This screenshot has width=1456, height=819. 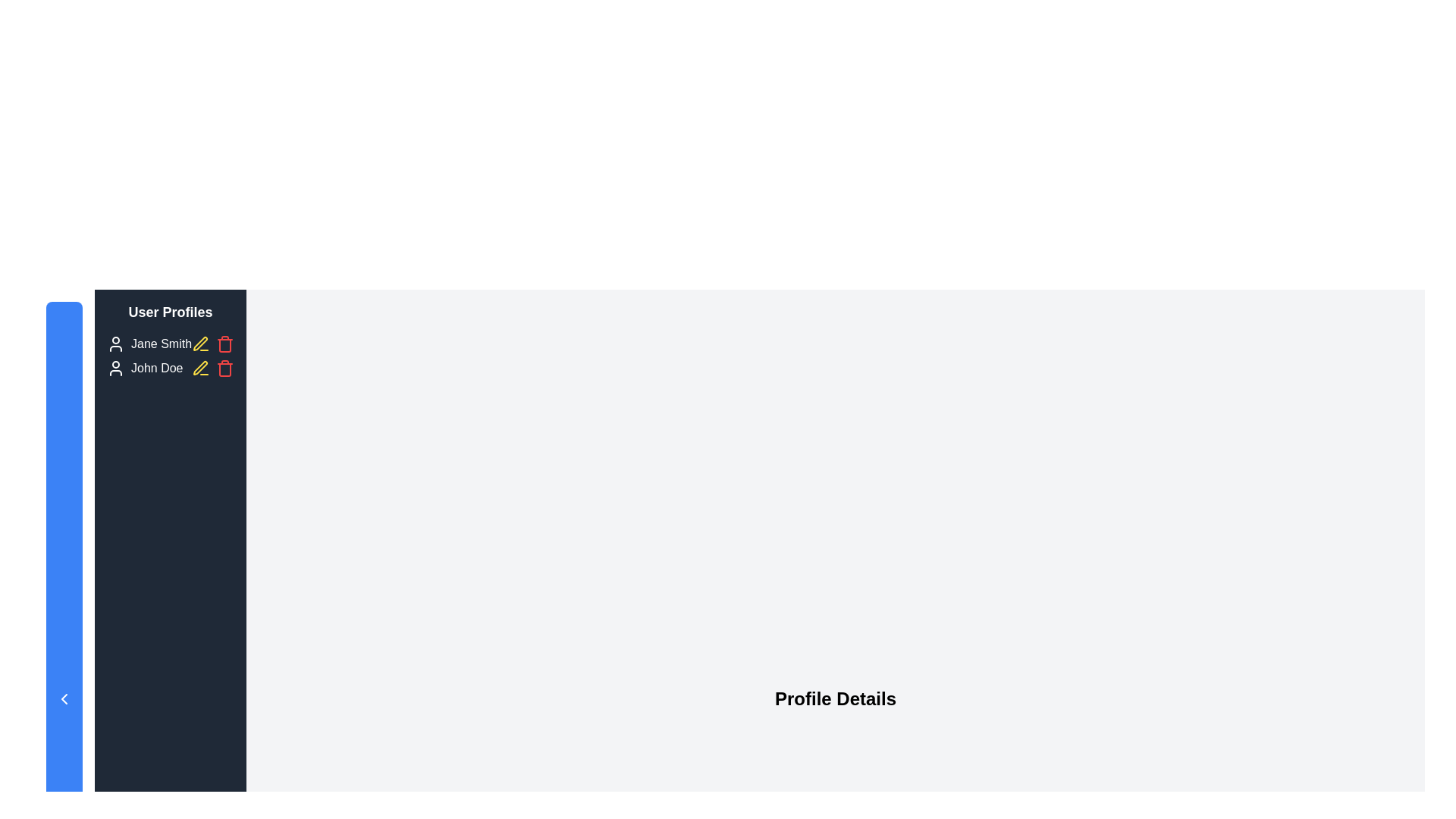 I want to click on the text label displaying 'Jane Smith', so click(x=171, y=344).